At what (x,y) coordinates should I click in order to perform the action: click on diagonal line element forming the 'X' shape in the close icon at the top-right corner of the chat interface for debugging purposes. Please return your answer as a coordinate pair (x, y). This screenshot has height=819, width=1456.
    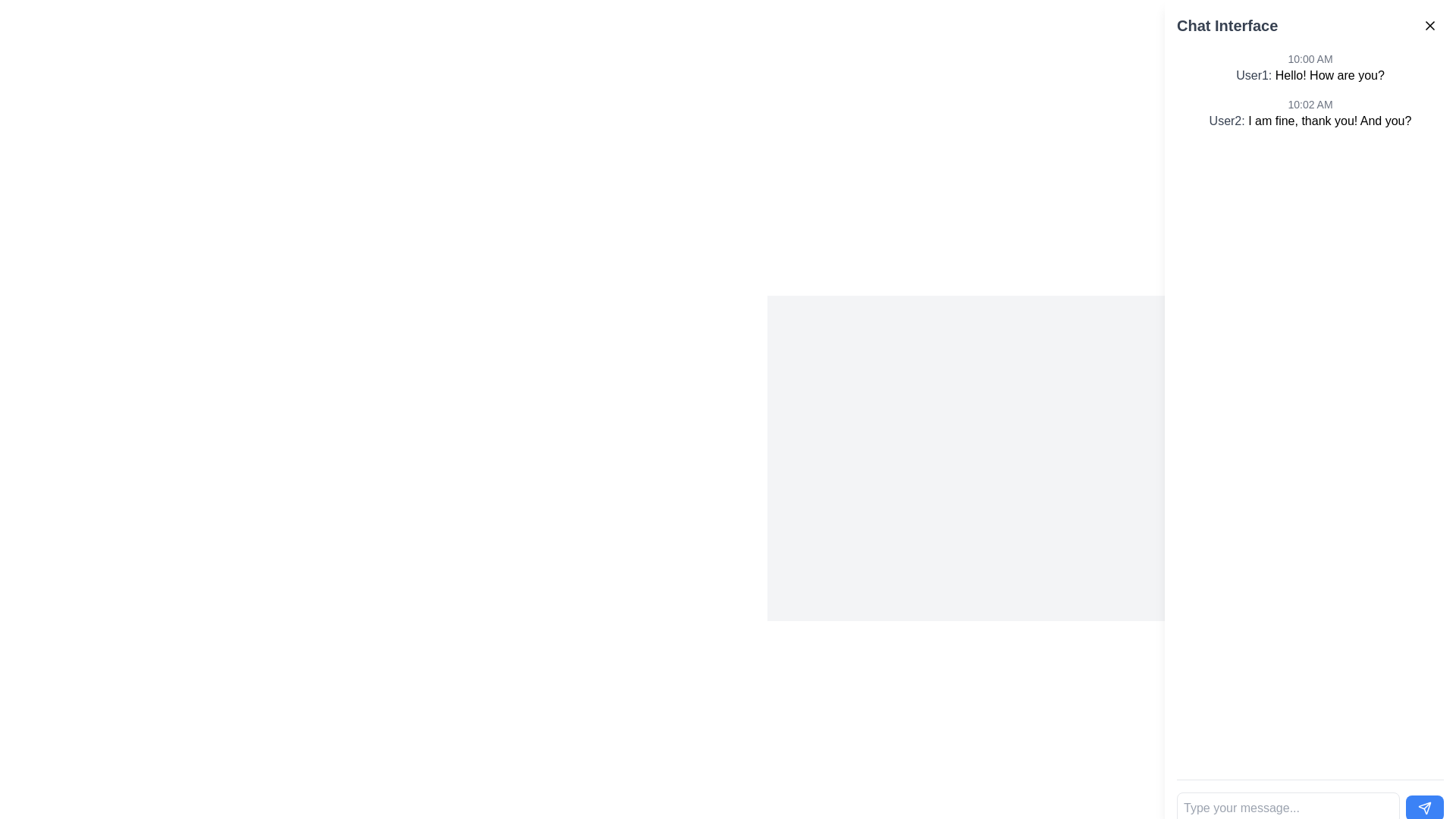
    Looking at the image, I should click on (1429, 26).